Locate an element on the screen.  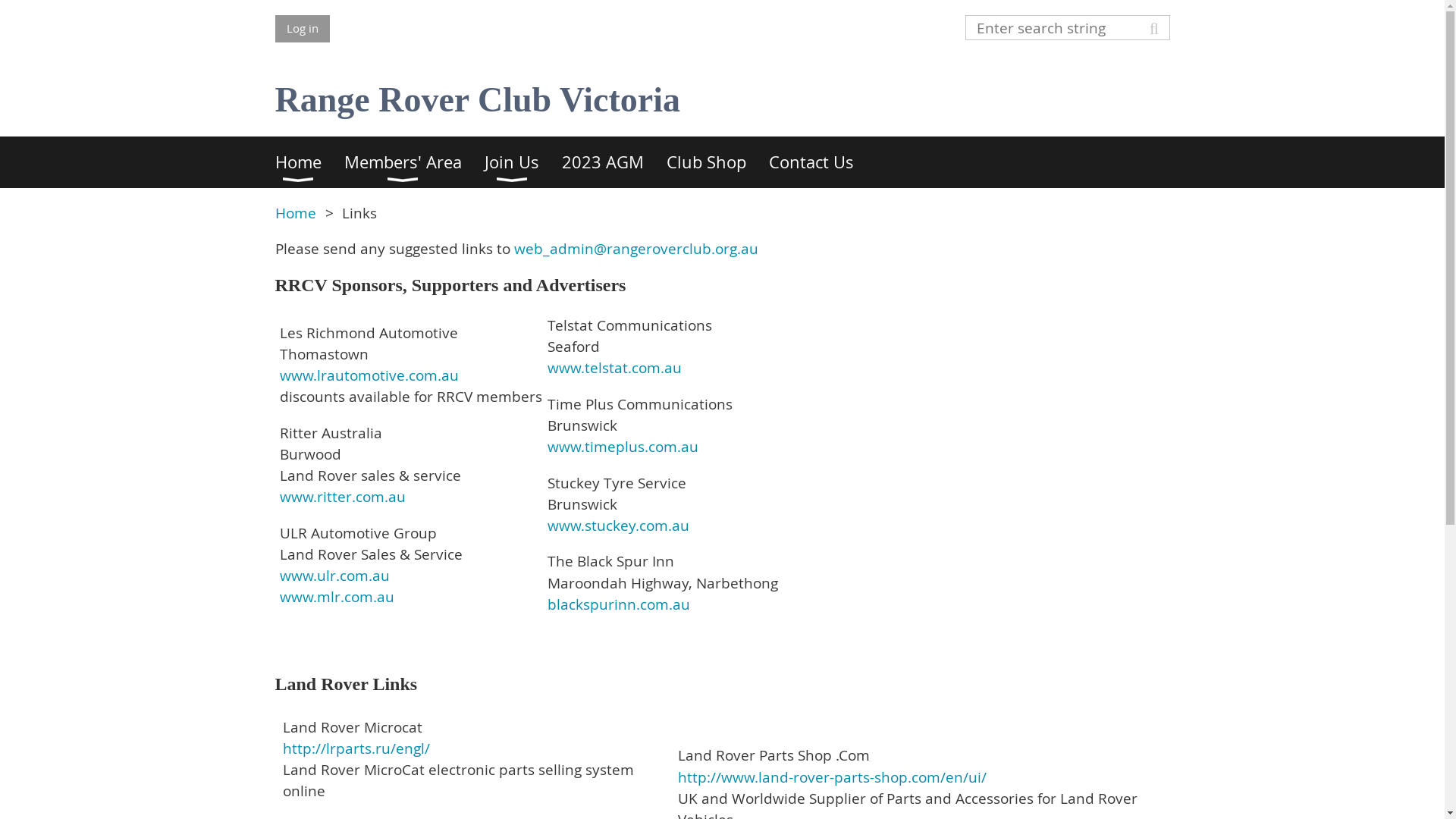
'www.stuckey.com.au' is located at coordinates (618, 525).